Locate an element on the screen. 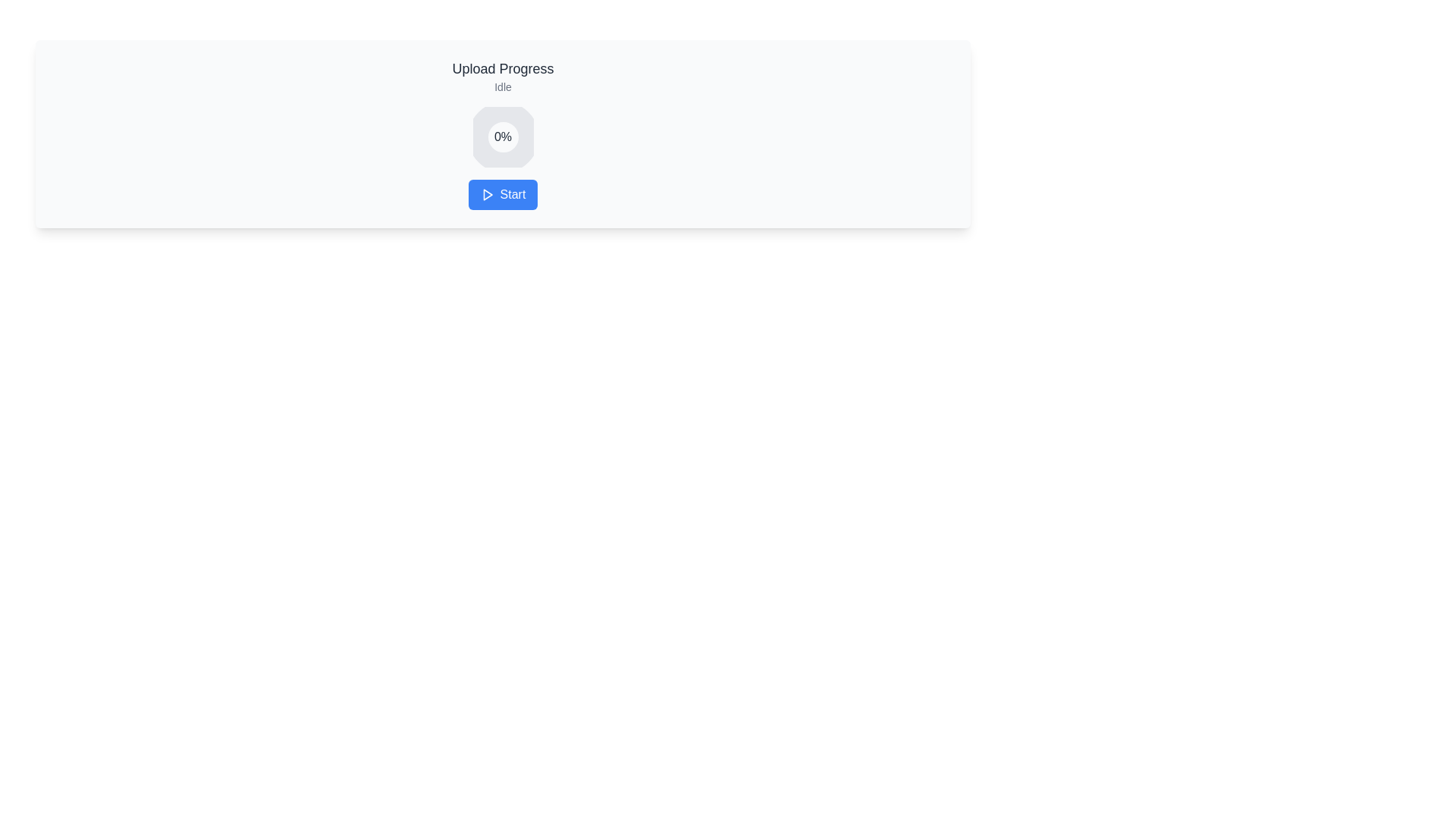  text content of the status indicator located below the 'Upload Progress' heading in the upper-center region of the interface is located at coordinates (503, 87).